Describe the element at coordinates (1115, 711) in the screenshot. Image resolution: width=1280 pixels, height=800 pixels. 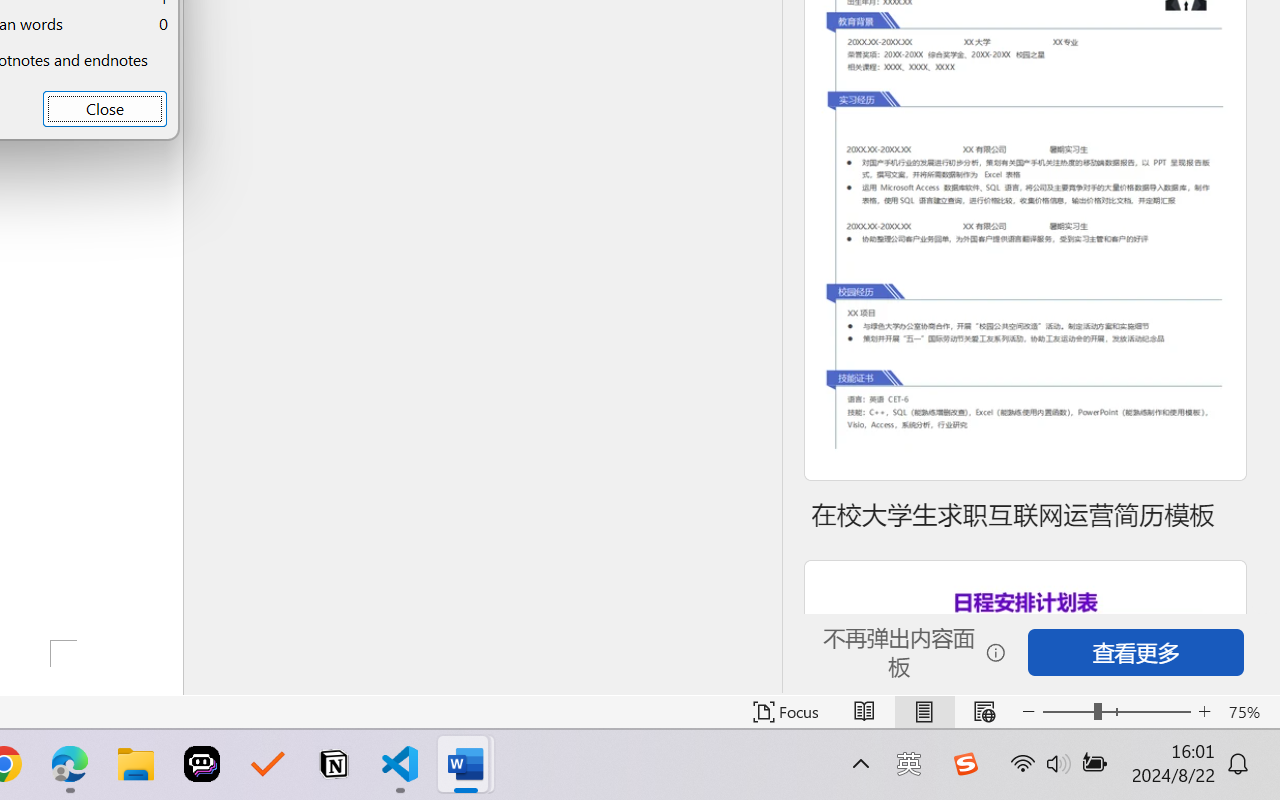
I see `'Zoom'` at that location.